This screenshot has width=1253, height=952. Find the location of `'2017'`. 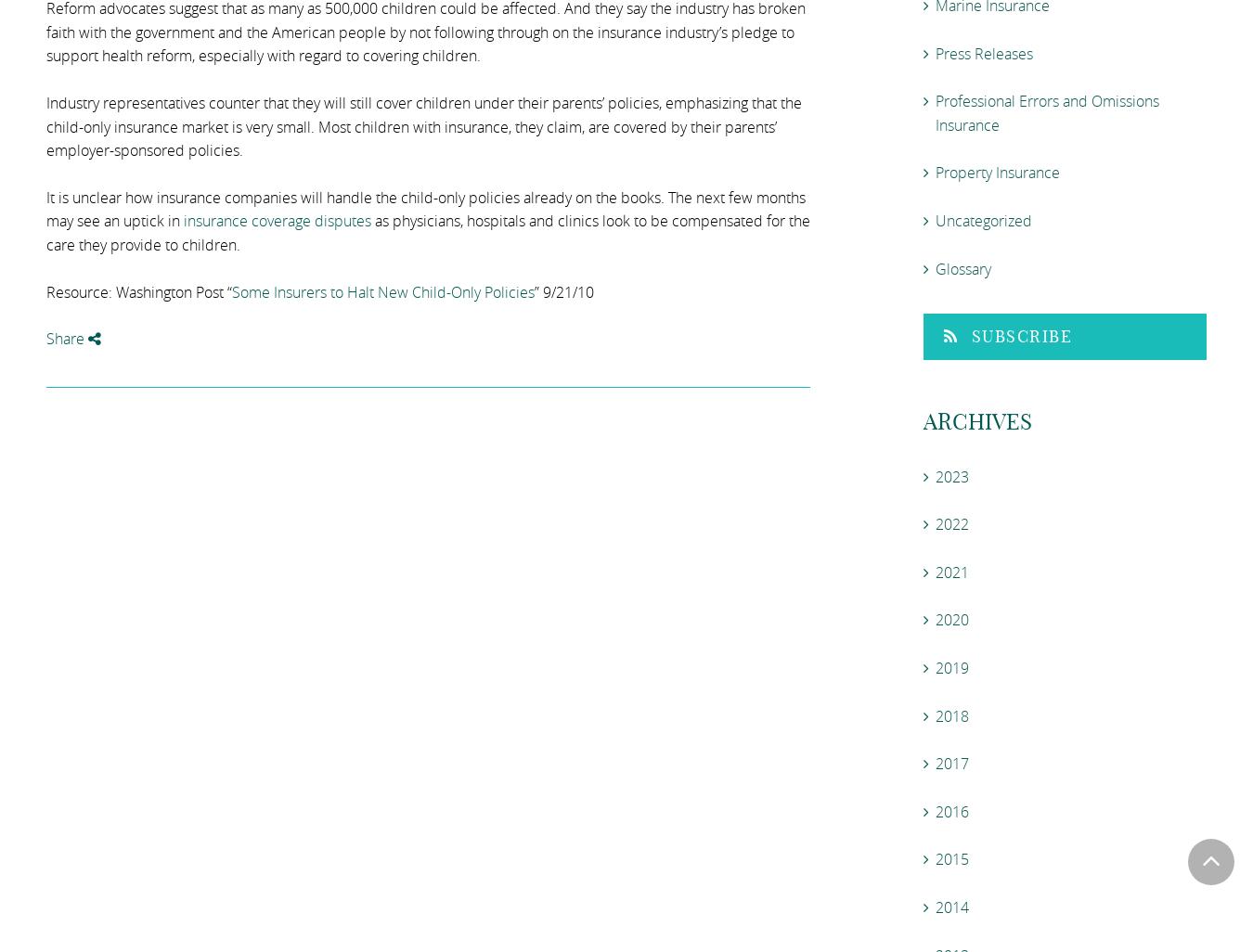

'2017' is located at coordinates (935, 763).